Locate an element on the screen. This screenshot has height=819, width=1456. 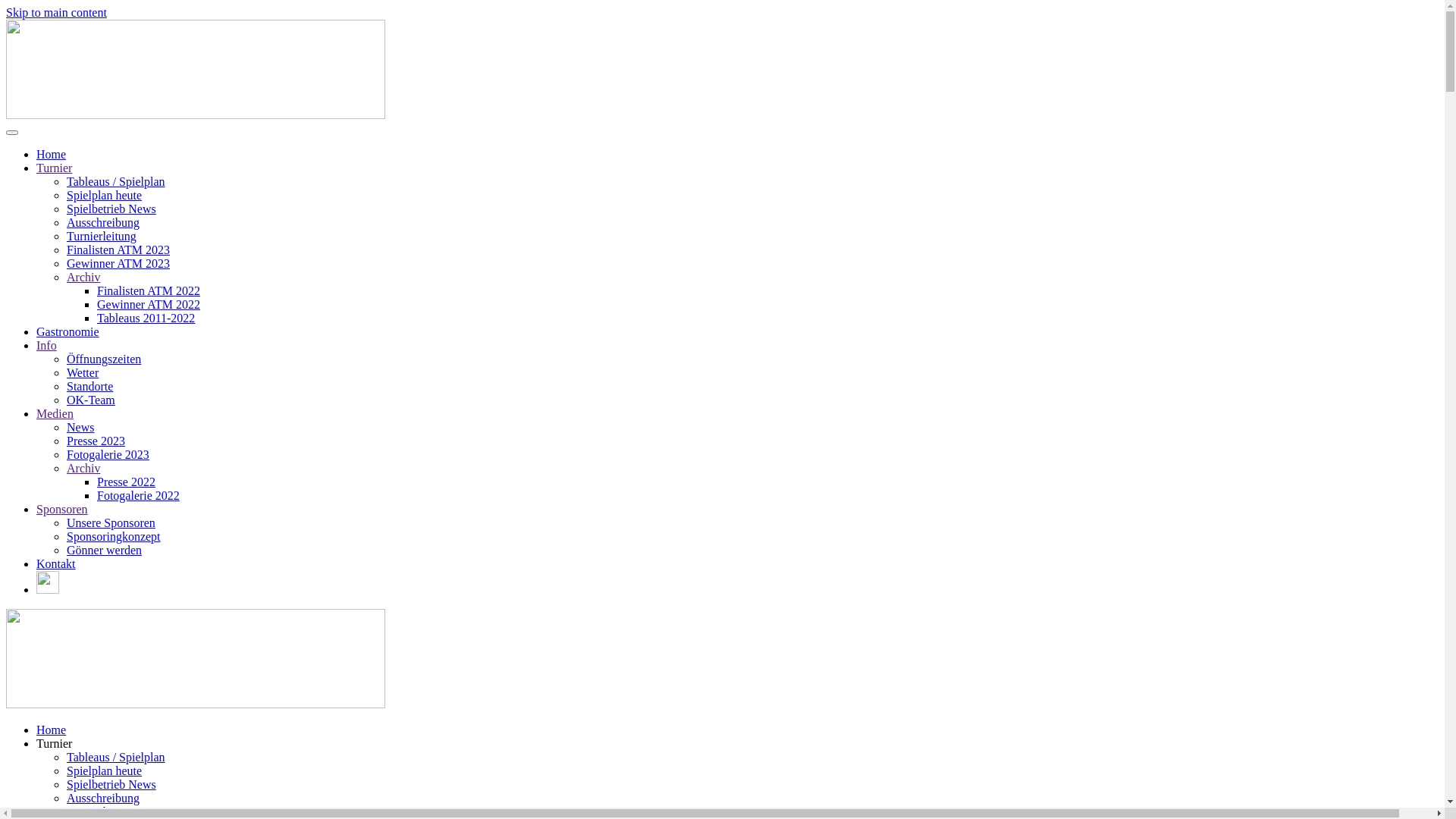
'News' is located at coordinates (79, 427).